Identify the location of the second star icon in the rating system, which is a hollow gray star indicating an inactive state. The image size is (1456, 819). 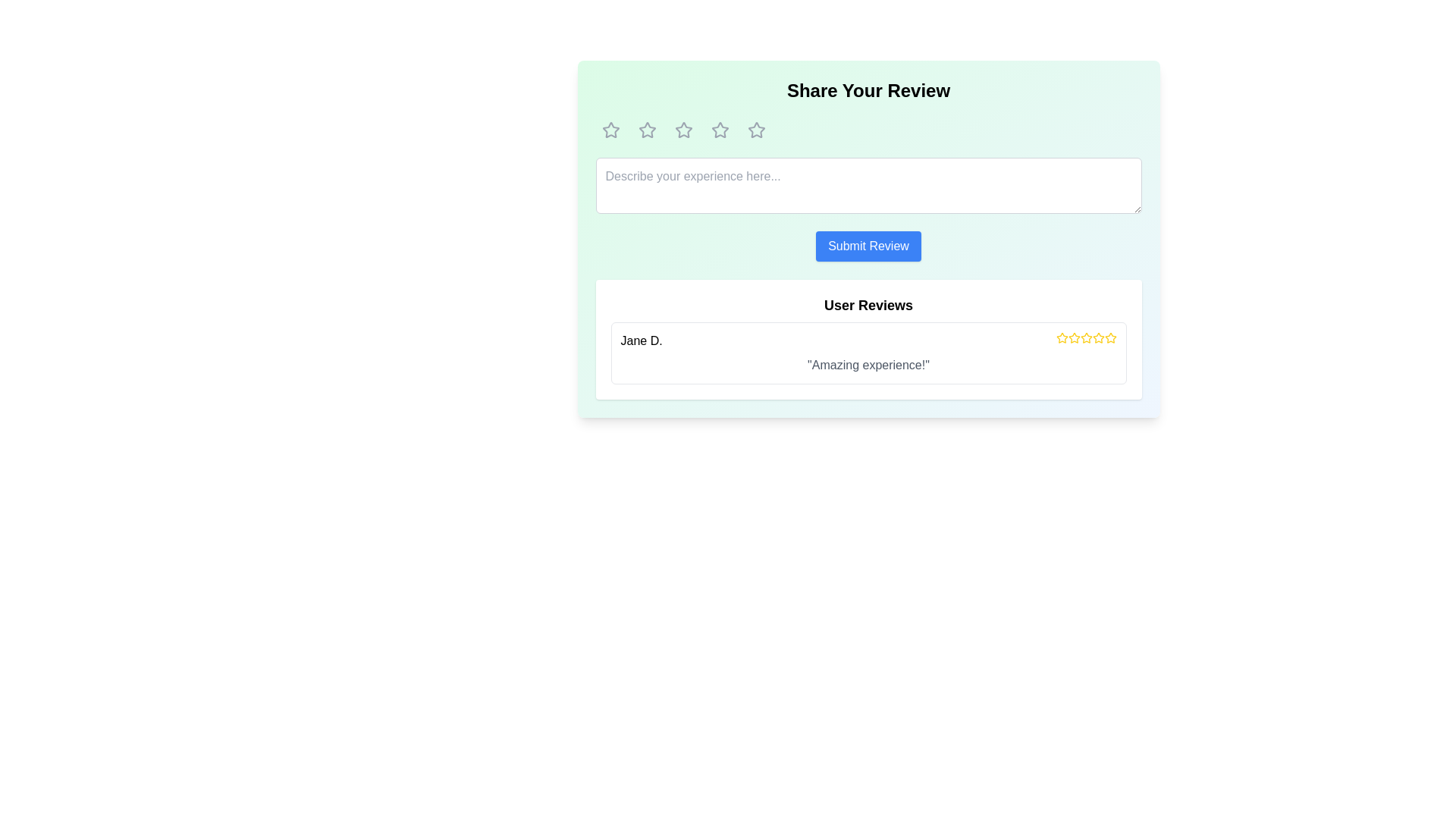
(682, 130).